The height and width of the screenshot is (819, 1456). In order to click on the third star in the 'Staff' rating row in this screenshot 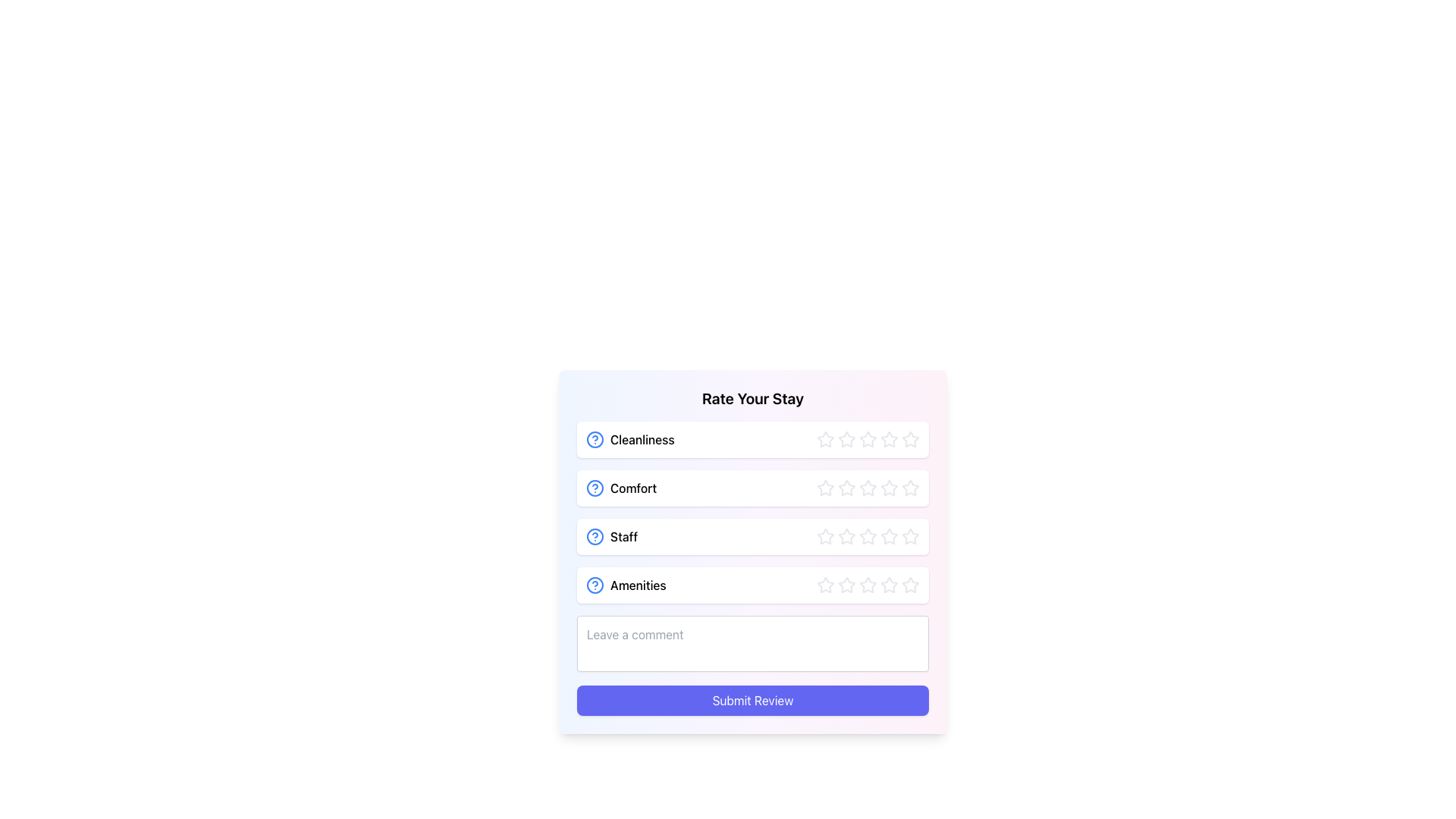, I will do `click(868, 535)`.